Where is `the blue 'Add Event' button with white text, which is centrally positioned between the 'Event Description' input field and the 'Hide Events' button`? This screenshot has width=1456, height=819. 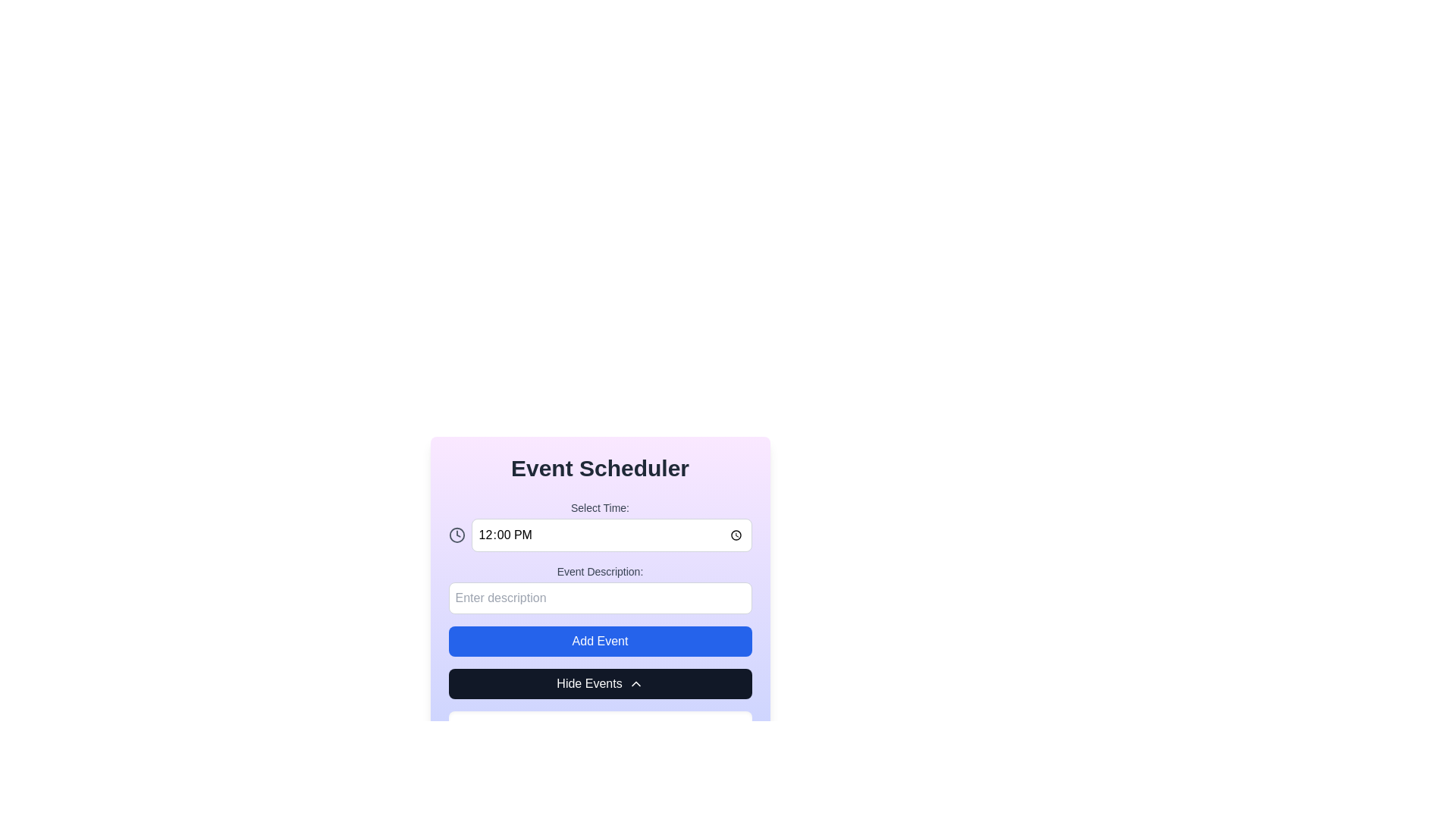 the blue 'Add Event' button with white text, which is centrally positioned between the 'Event Description' input field and the 'Hide Events' button is located at coordinates (599, 626).